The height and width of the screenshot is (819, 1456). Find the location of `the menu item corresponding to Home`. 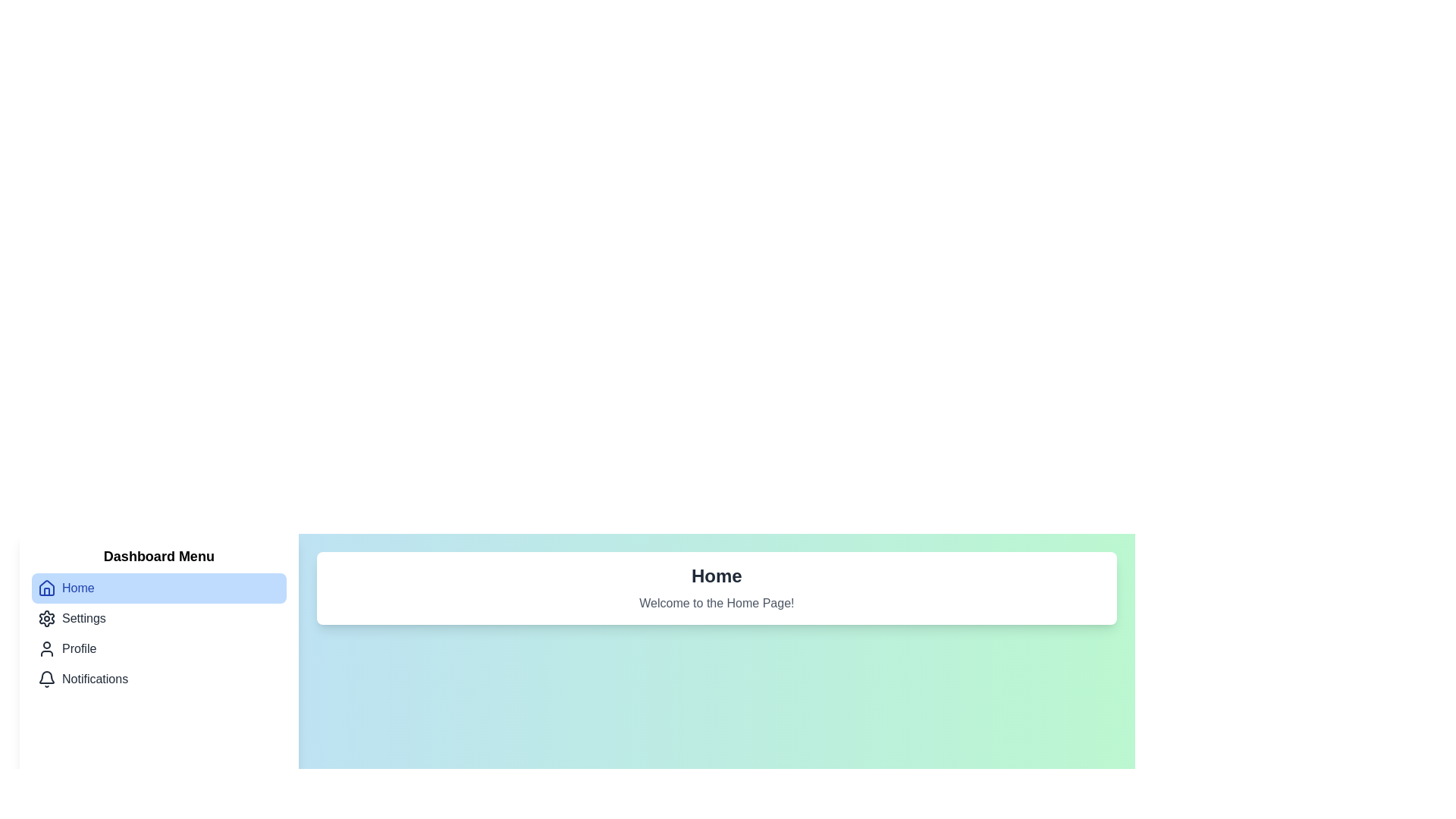

the menu item corresponding to Home is located at coordinates (158, 587).